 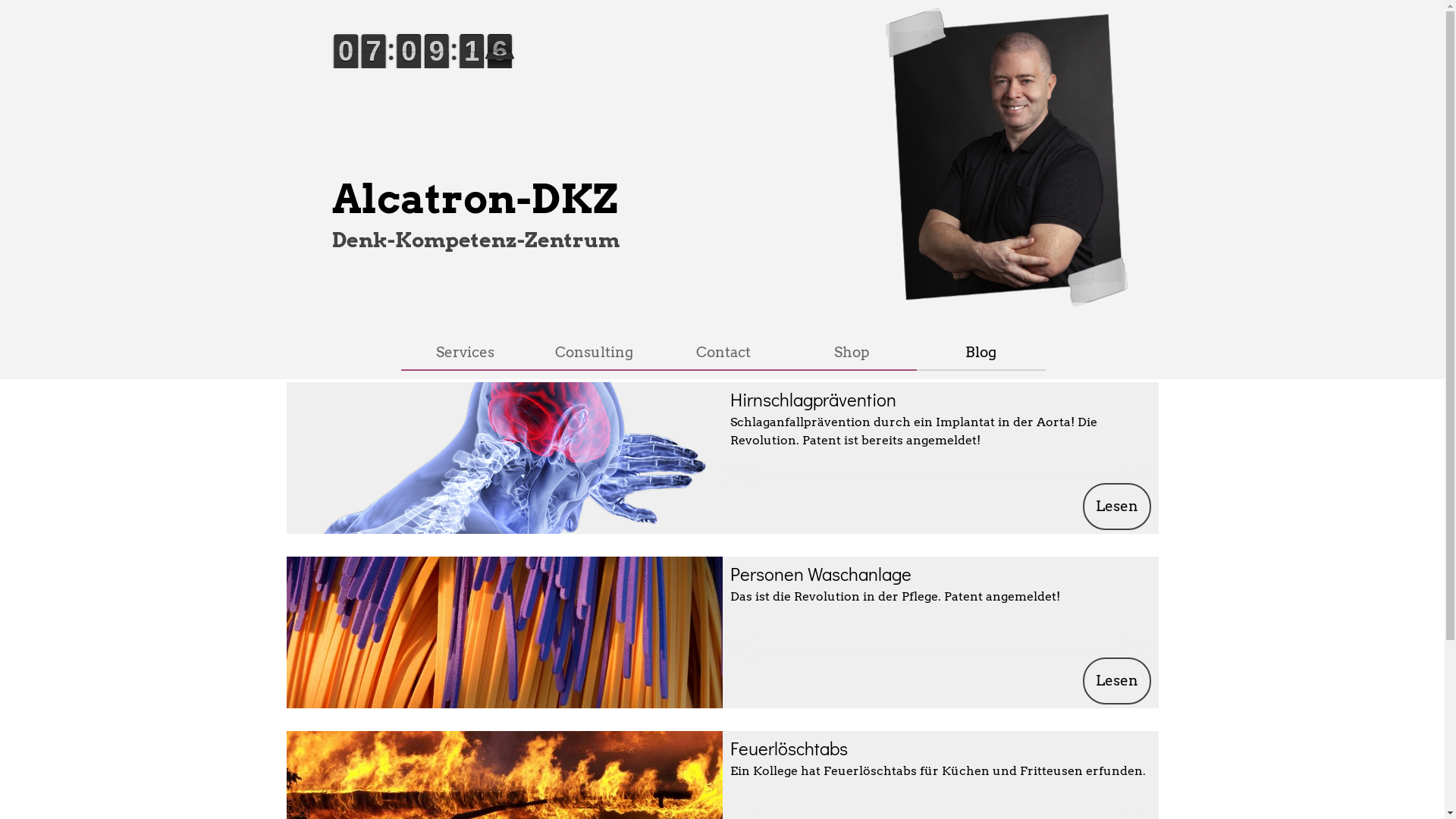 What do you see at coordinates (447, 69) in the screenshot?
I see `'8'` at bounding box center [447, 69].